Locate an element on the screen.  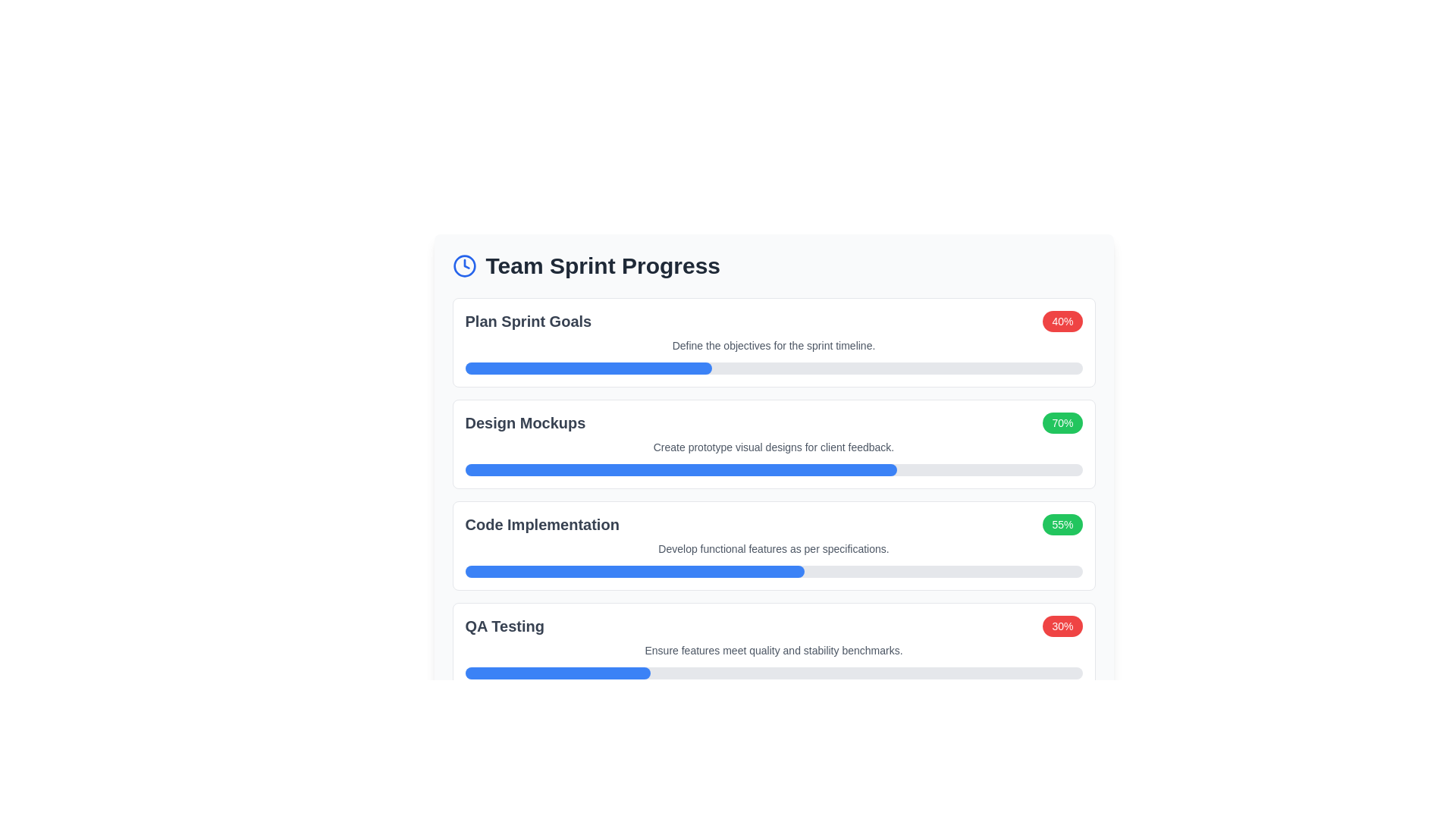
the text label that reads 'Develop functional features as per specifications.' which is located under the heading 'Code Implementation' and above the progress indicator is located at coordinates (773, 549).